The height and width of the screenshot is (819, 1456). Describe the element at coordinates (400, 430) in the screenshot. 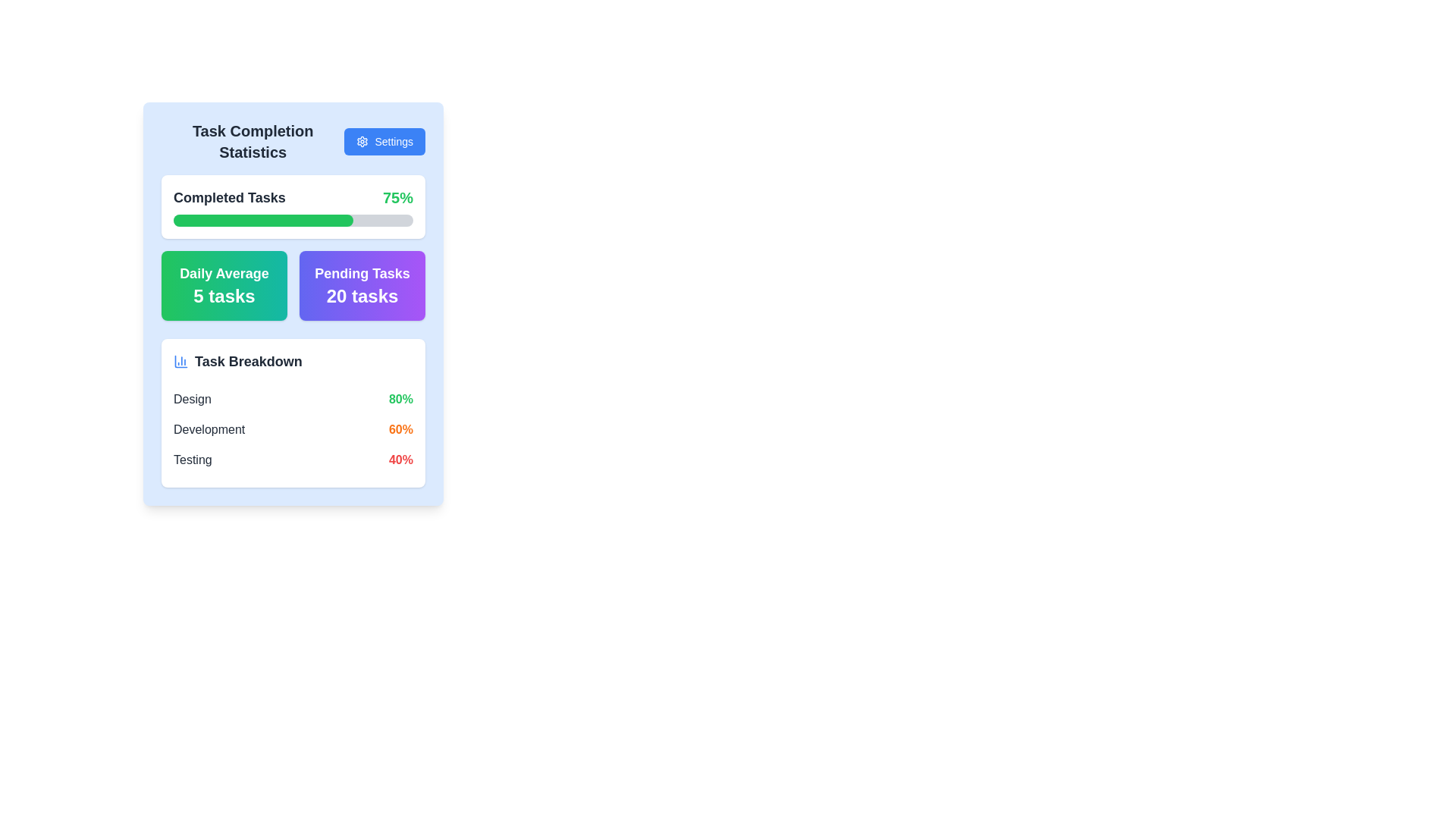

I see `the Static text display showing '60%' in bold orange style, which corresponds to 'Development' in the 'Task Breakdown' section` at that location.